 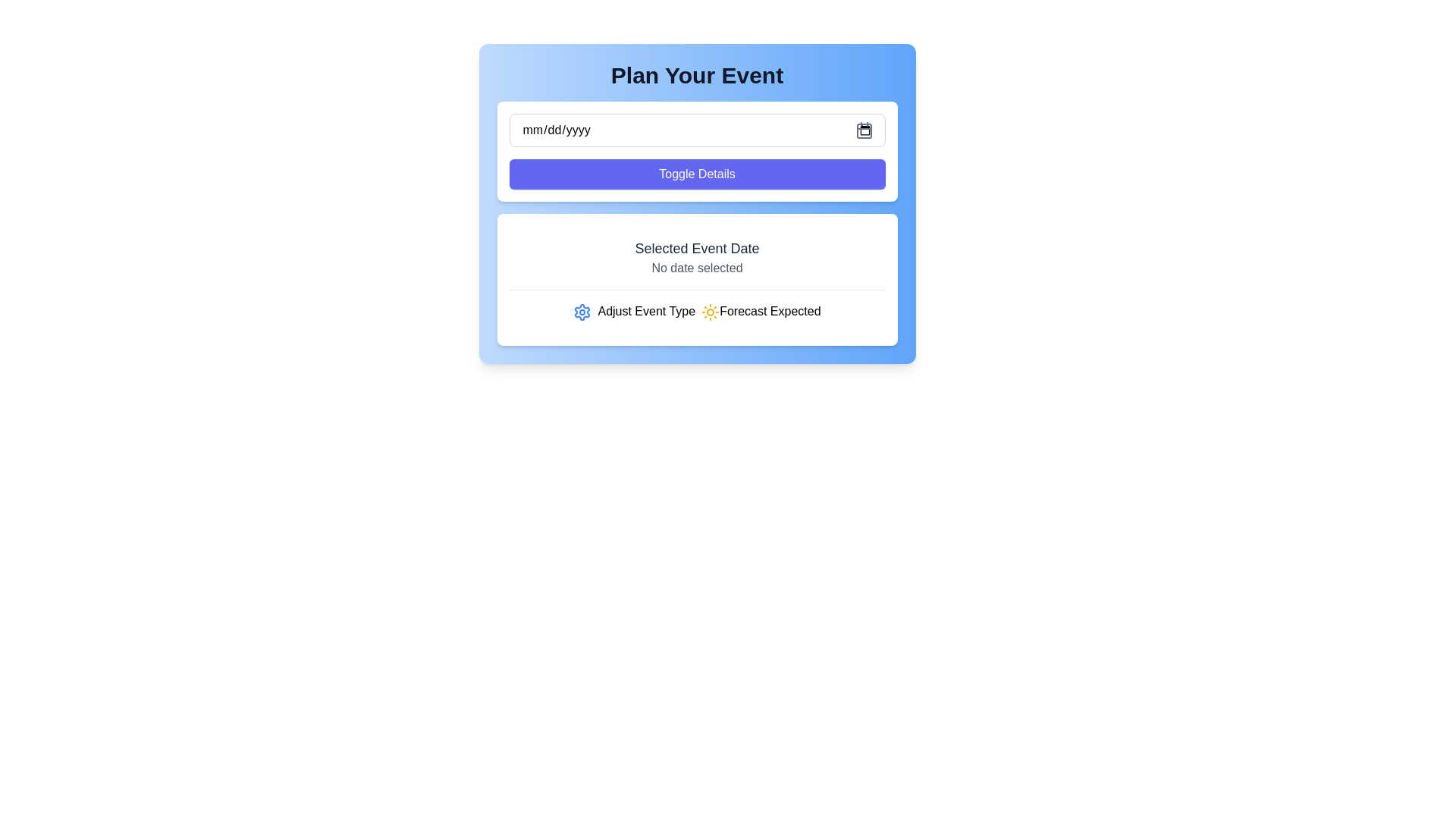 What do you see at coordinates (696, 76) in the screenshot?
I see `the title heading indicating the purpose of the interface for planning an event, which is located at the top of a gradient blue styled box` at bounding box center [696, 76].